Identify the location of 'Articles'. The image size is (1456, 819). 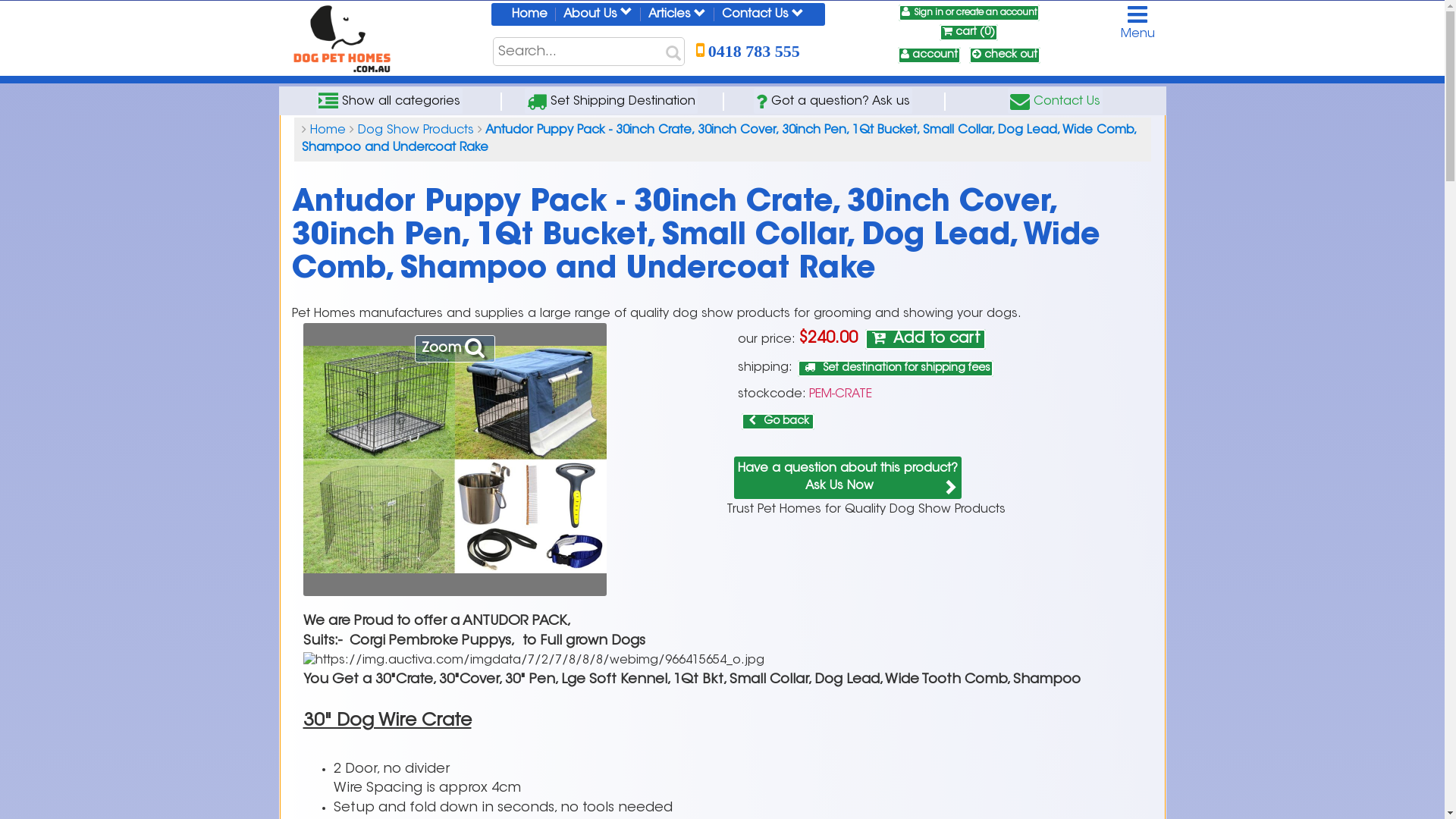
(676, 14).